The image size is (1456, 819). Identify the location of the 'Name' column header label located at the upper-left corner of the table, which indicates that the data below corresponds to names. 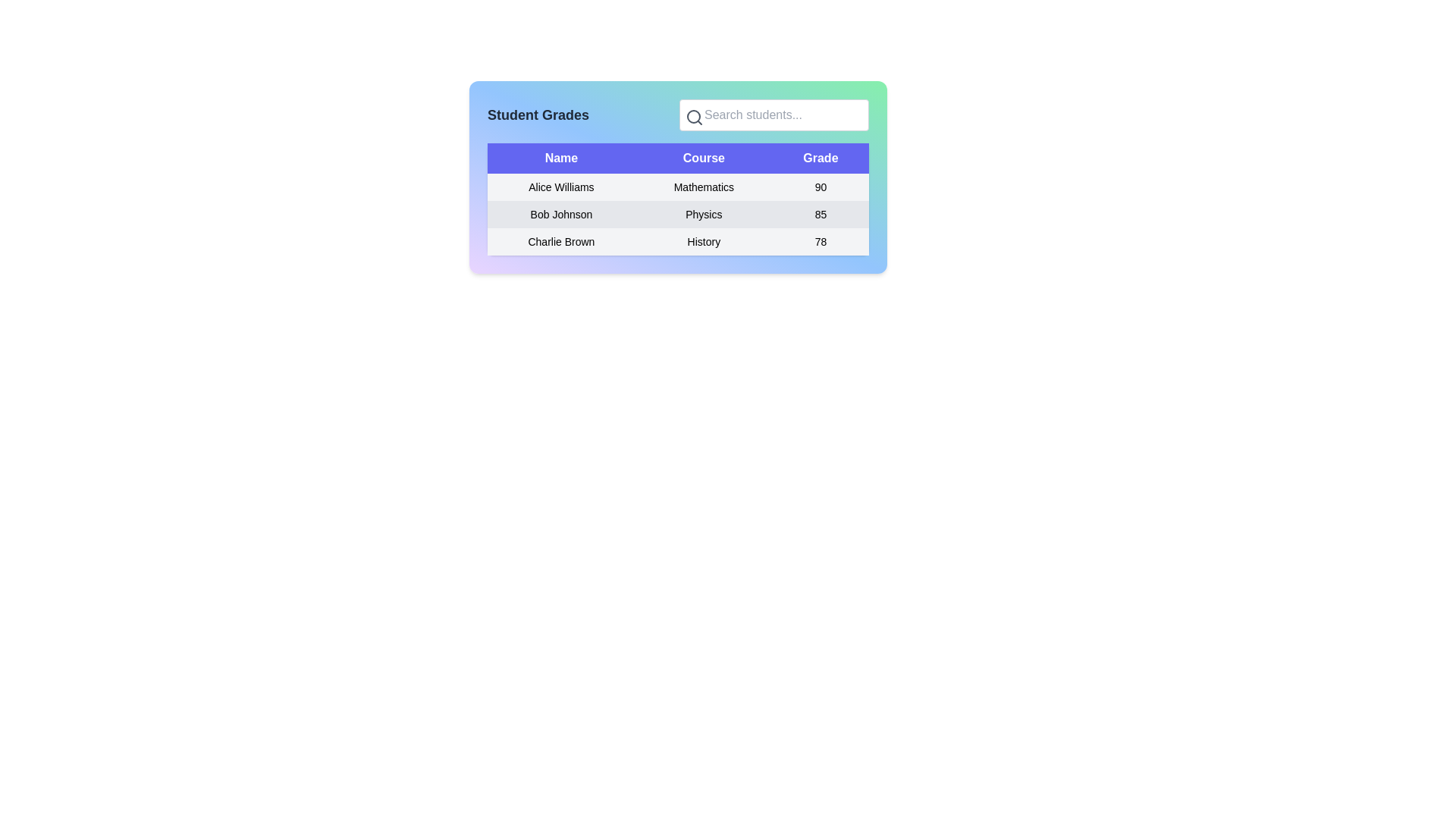
(560, 158).